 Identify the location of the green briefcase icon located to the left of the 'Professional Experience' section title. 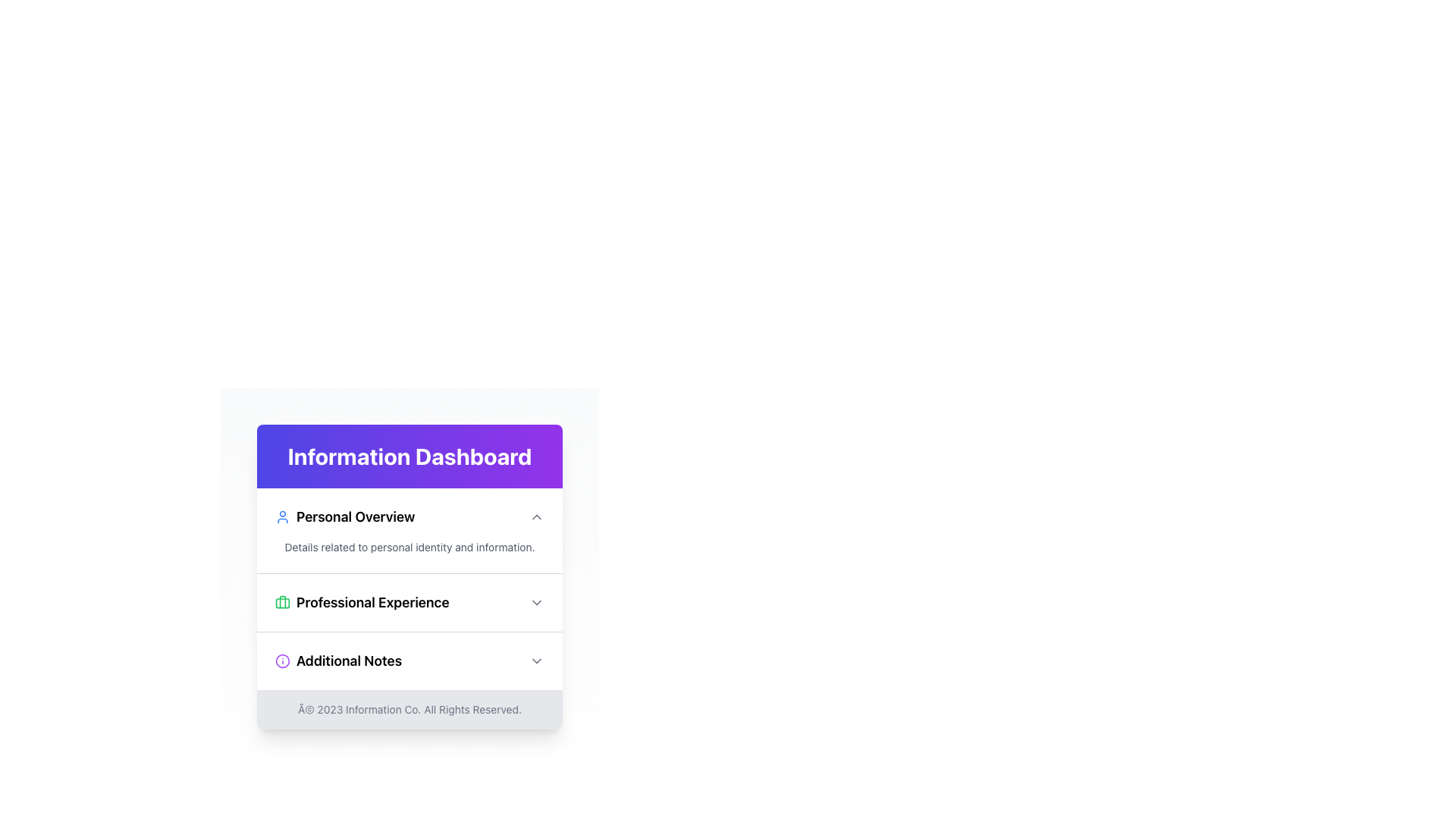
(283, 601).